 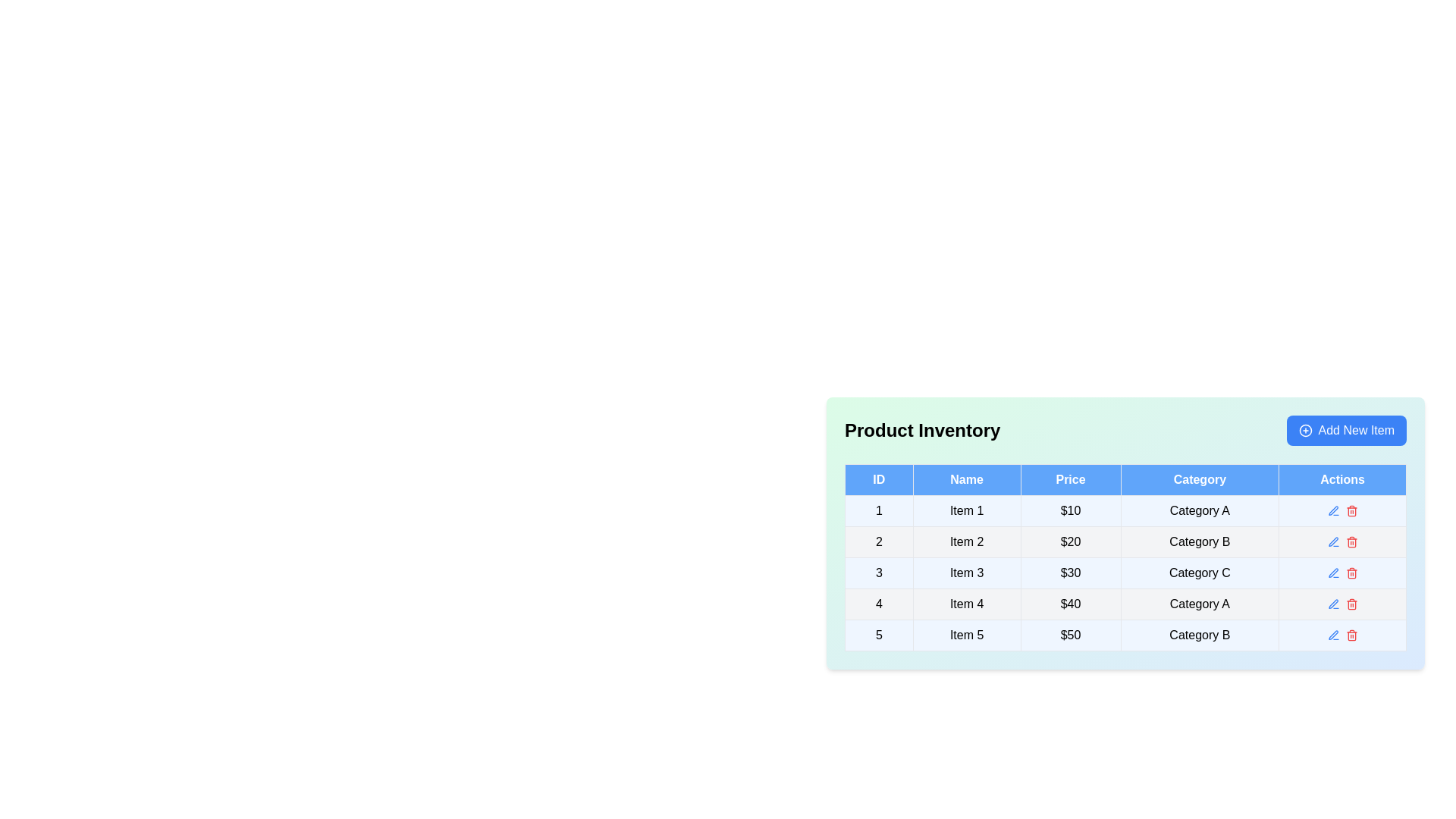 I want to click on the non-interactive header labeled 'Category' in the blue background header row of the table, so click(x=1199, y=479).